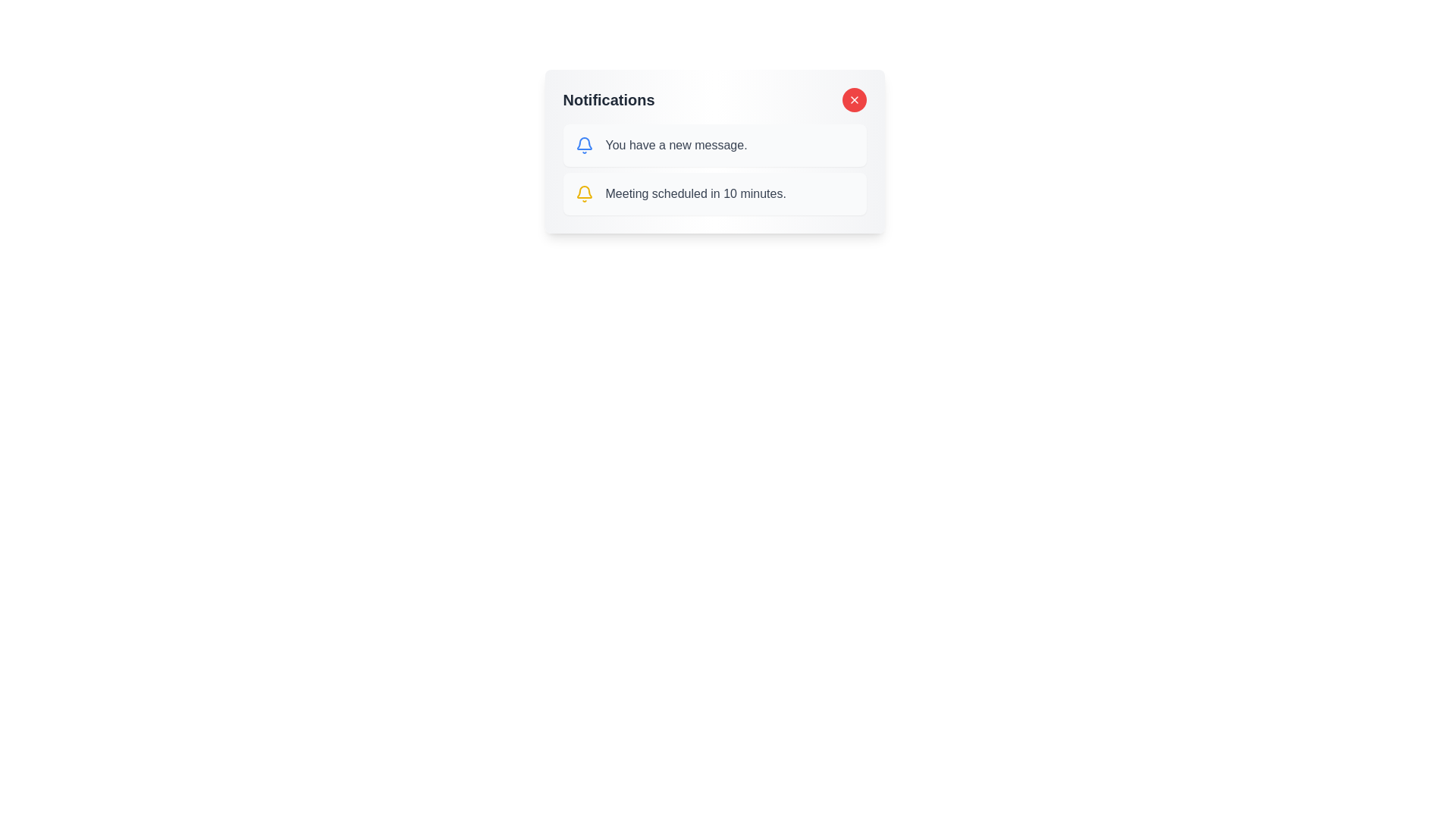 The width and height of the screenshot is (1456, 819). What do you see at coordinates (583, 146) in the screenshot?
I see `the blue bell icon indicating a new message notification located next to the text 'You have a new message.'` at bounding box center [583, 146].